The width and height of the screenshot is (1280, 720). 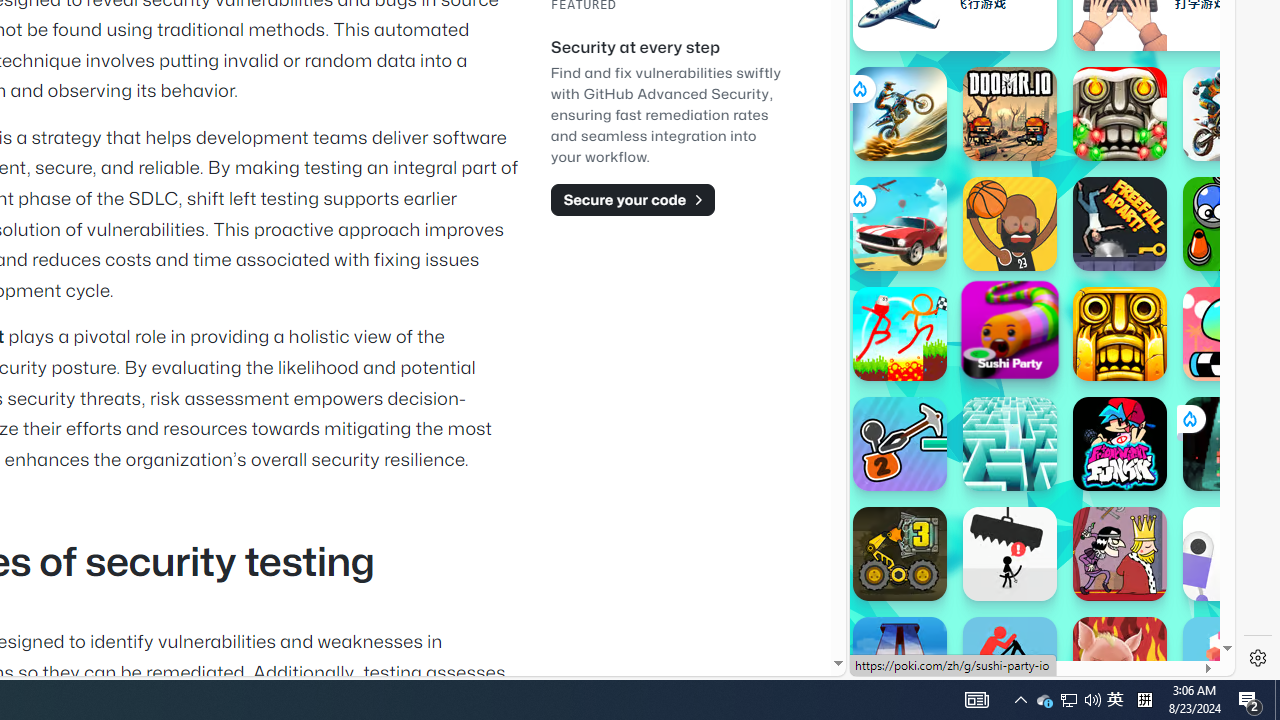 I want to click on 'Doomr.io Doomr.io', so click(x=1009, y=114).